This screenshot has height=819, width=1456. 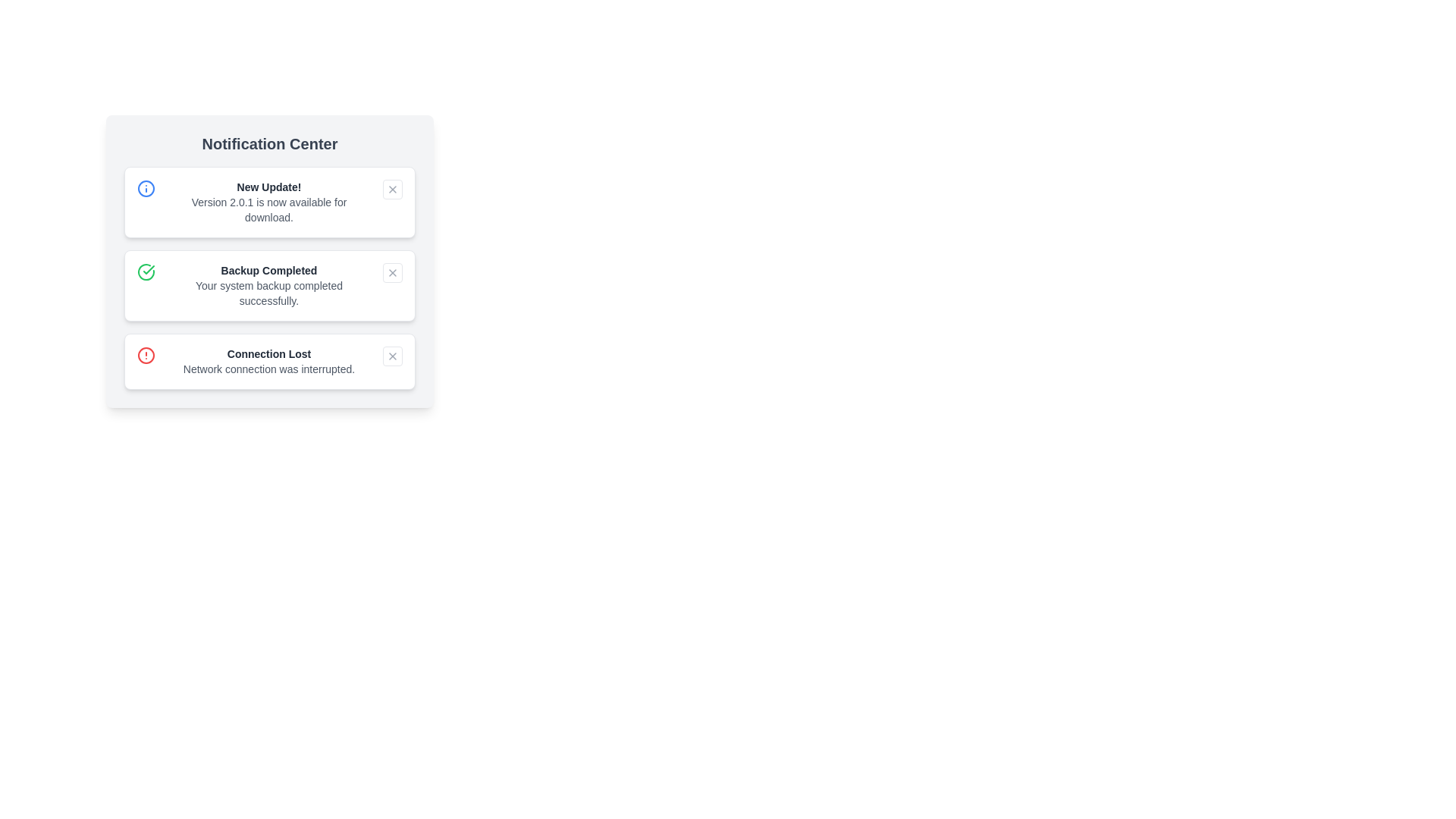 I want to click on the notification status, so click(x=269, y=353).